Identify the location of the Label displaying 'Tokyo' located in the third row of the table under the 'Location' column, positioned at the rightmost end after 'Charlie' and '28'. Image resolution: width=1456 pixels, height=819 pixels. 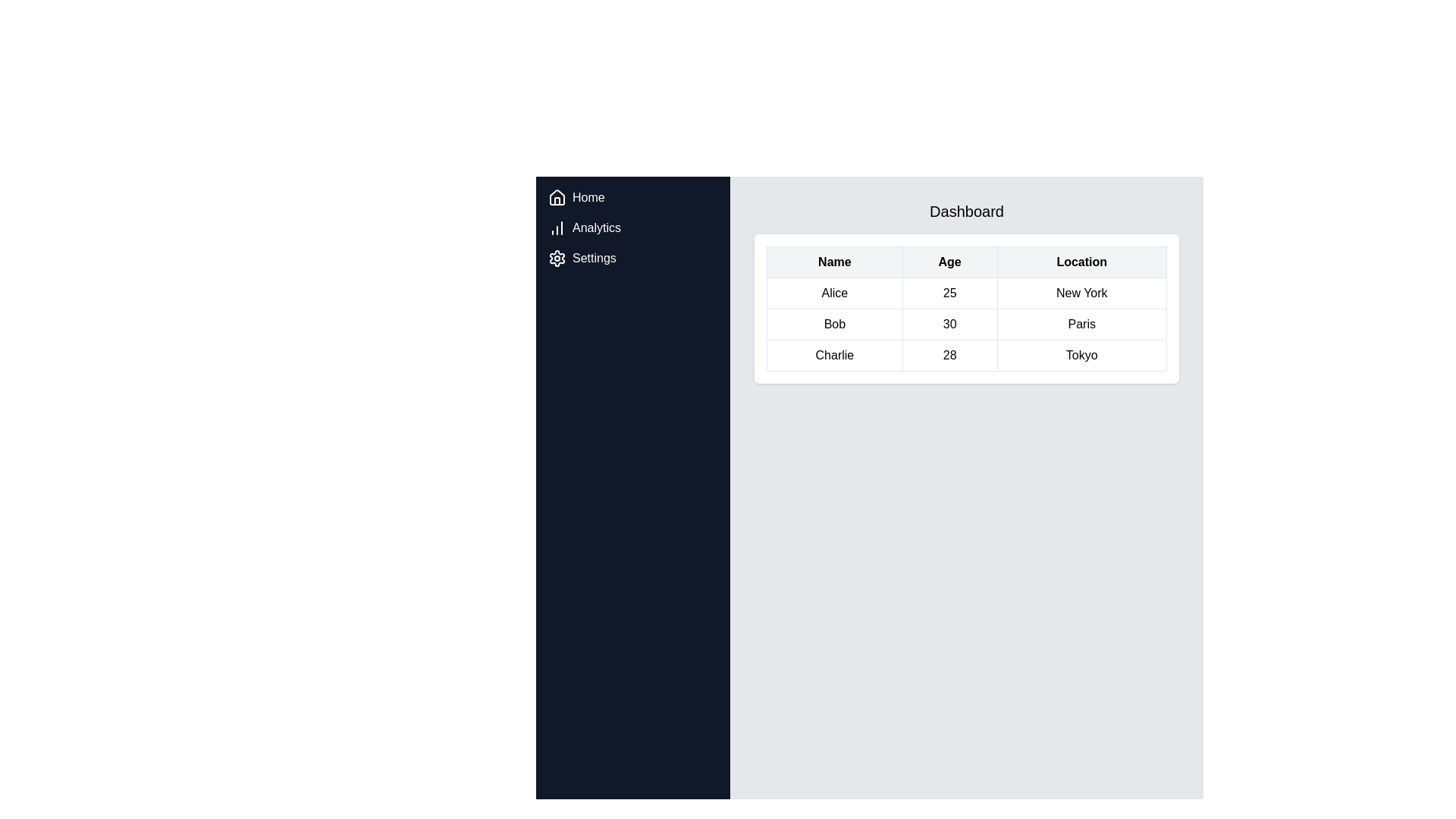
(1081, 356).